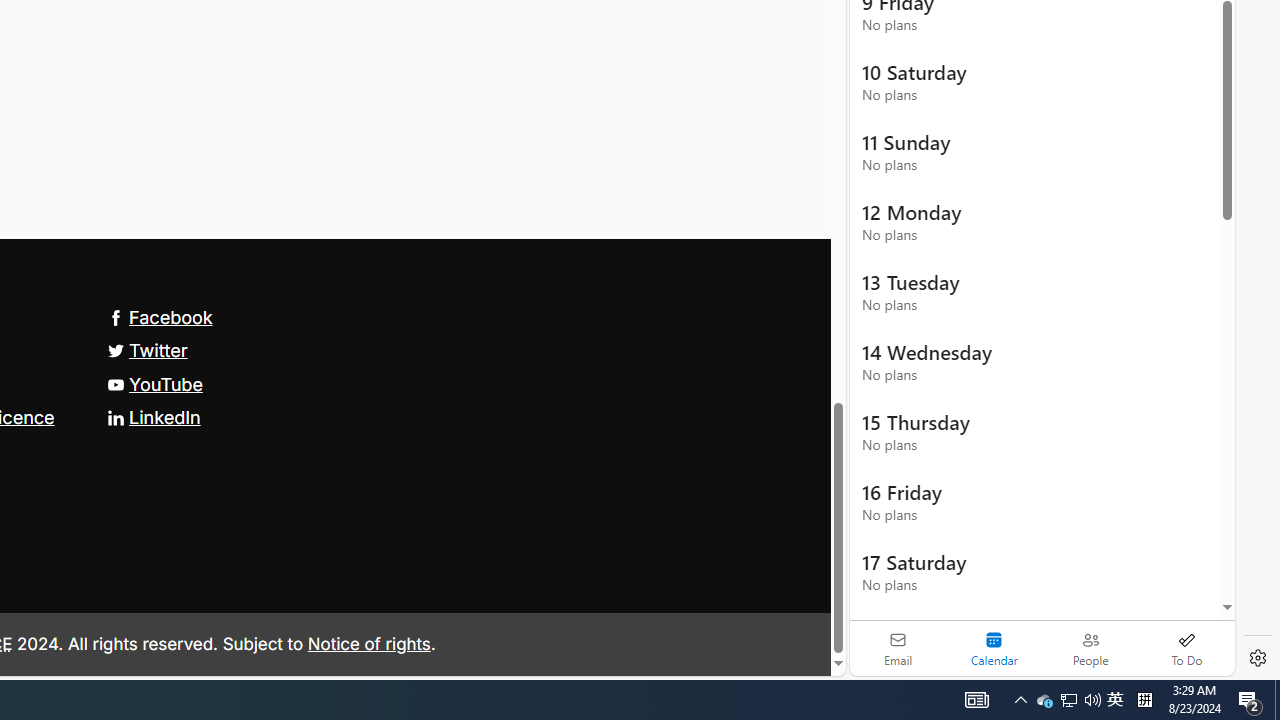 The image size is (1280, 720). Describe the element at coordinates (158, 316) in the screenshot. I see `'Facebook'` at that location.